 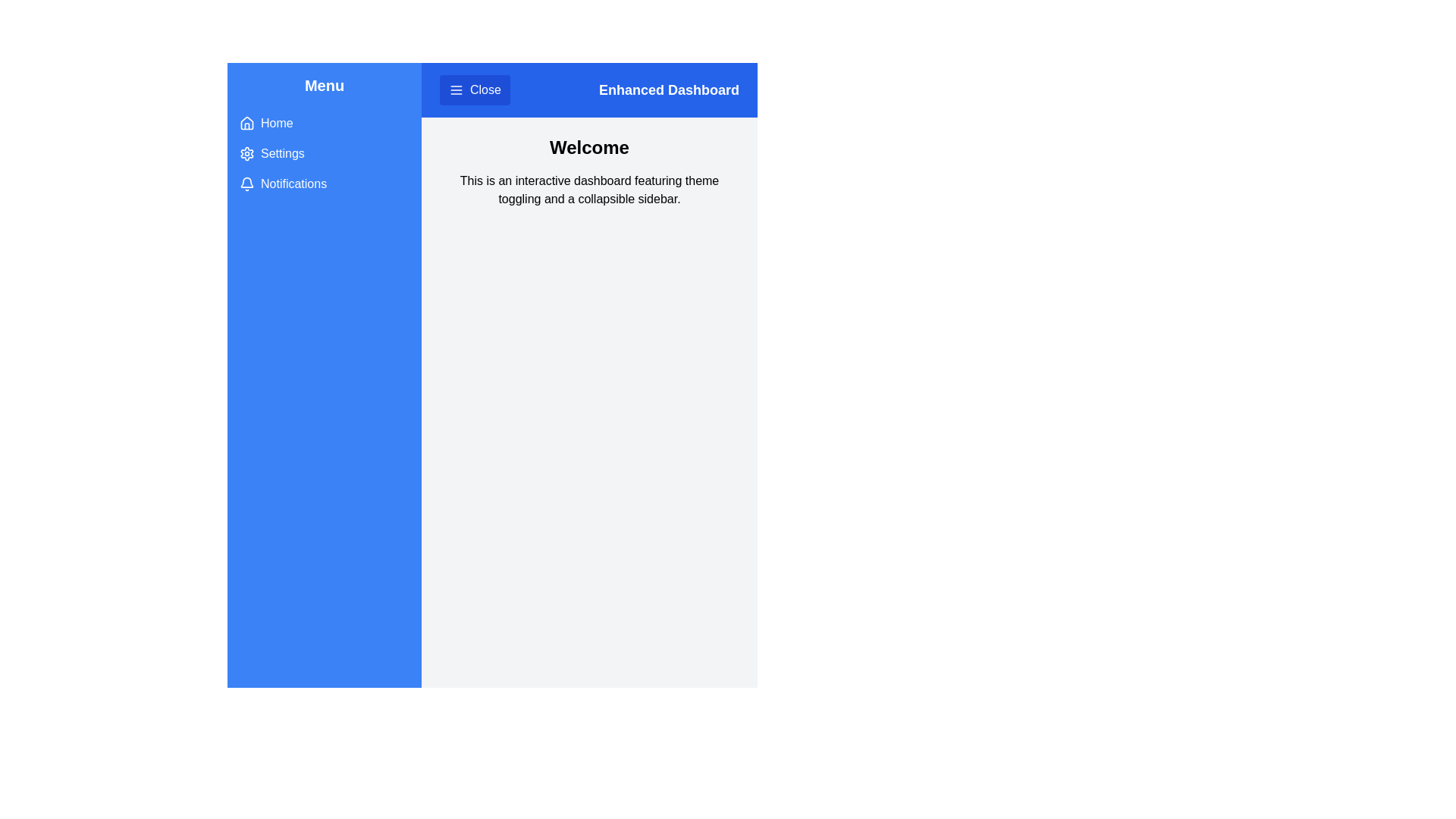 What do you see at coordinates (323, 154) in the screenshot?
I see `the 'Settings' button in the blue sidebar` at bounding box center [323, 154].